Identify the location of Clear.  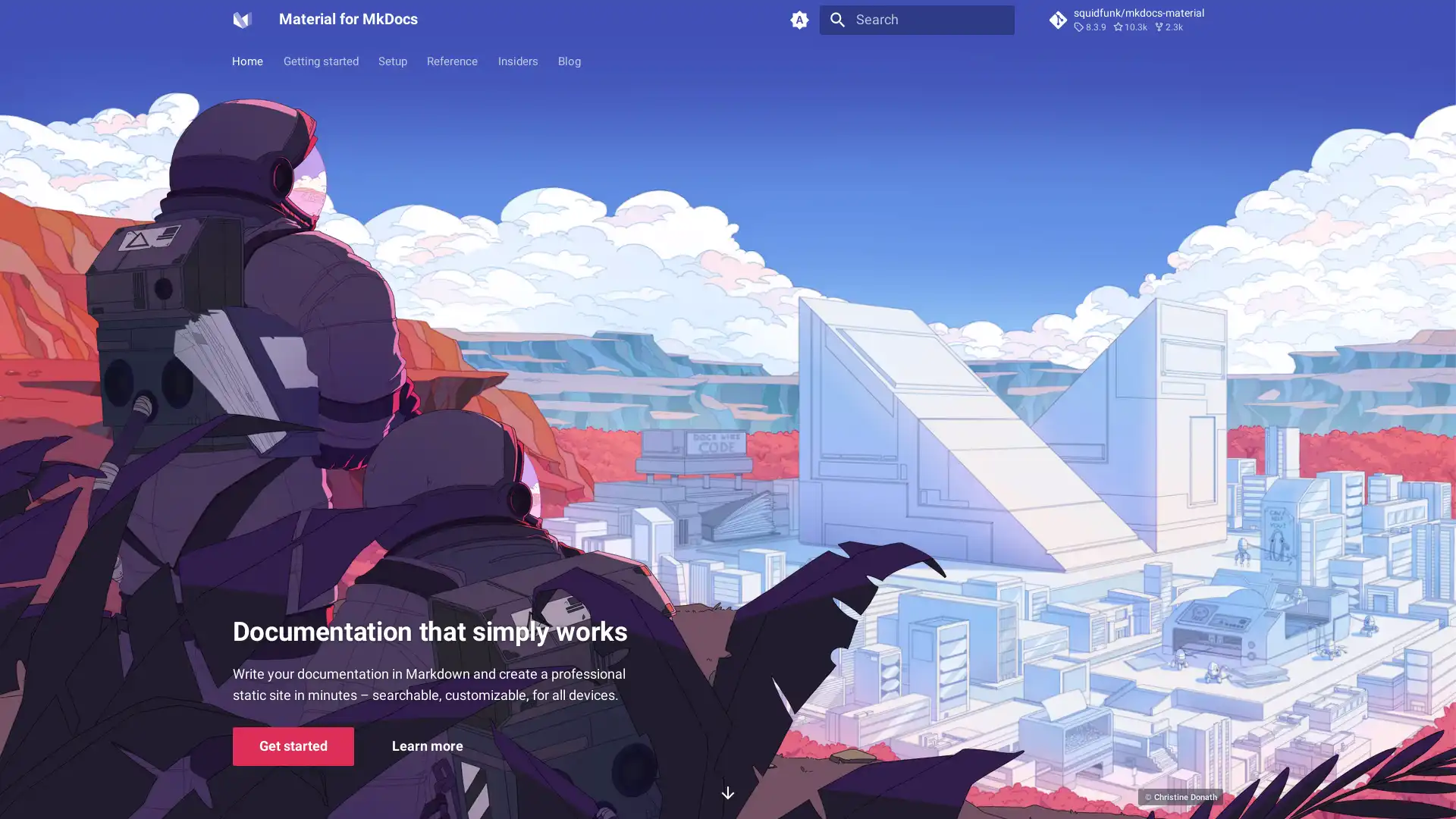
(996, 20).